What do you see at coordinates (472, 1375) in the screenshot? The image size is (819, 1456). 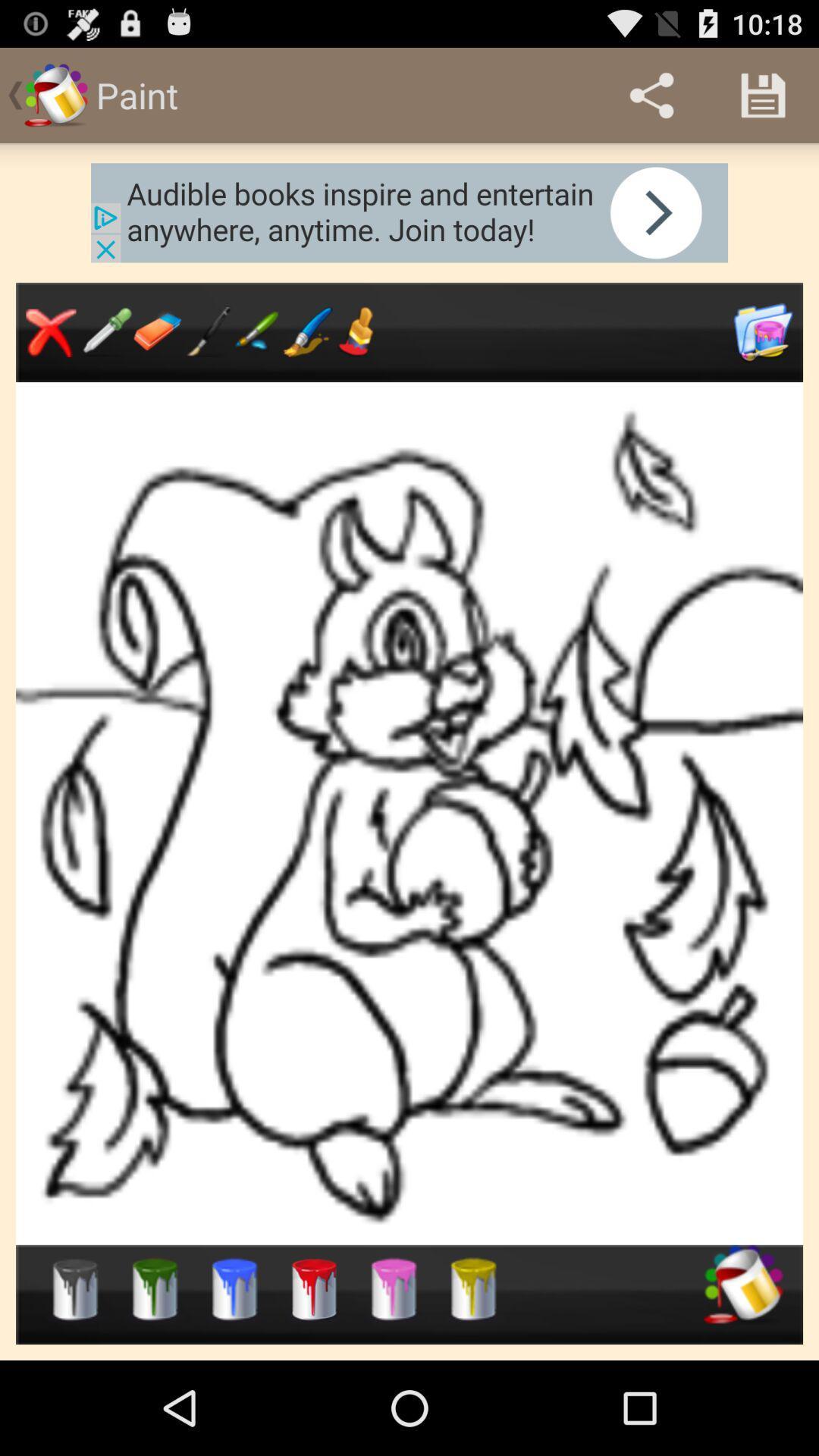 I see `the delete icon` at bounding box center [472, 1375].